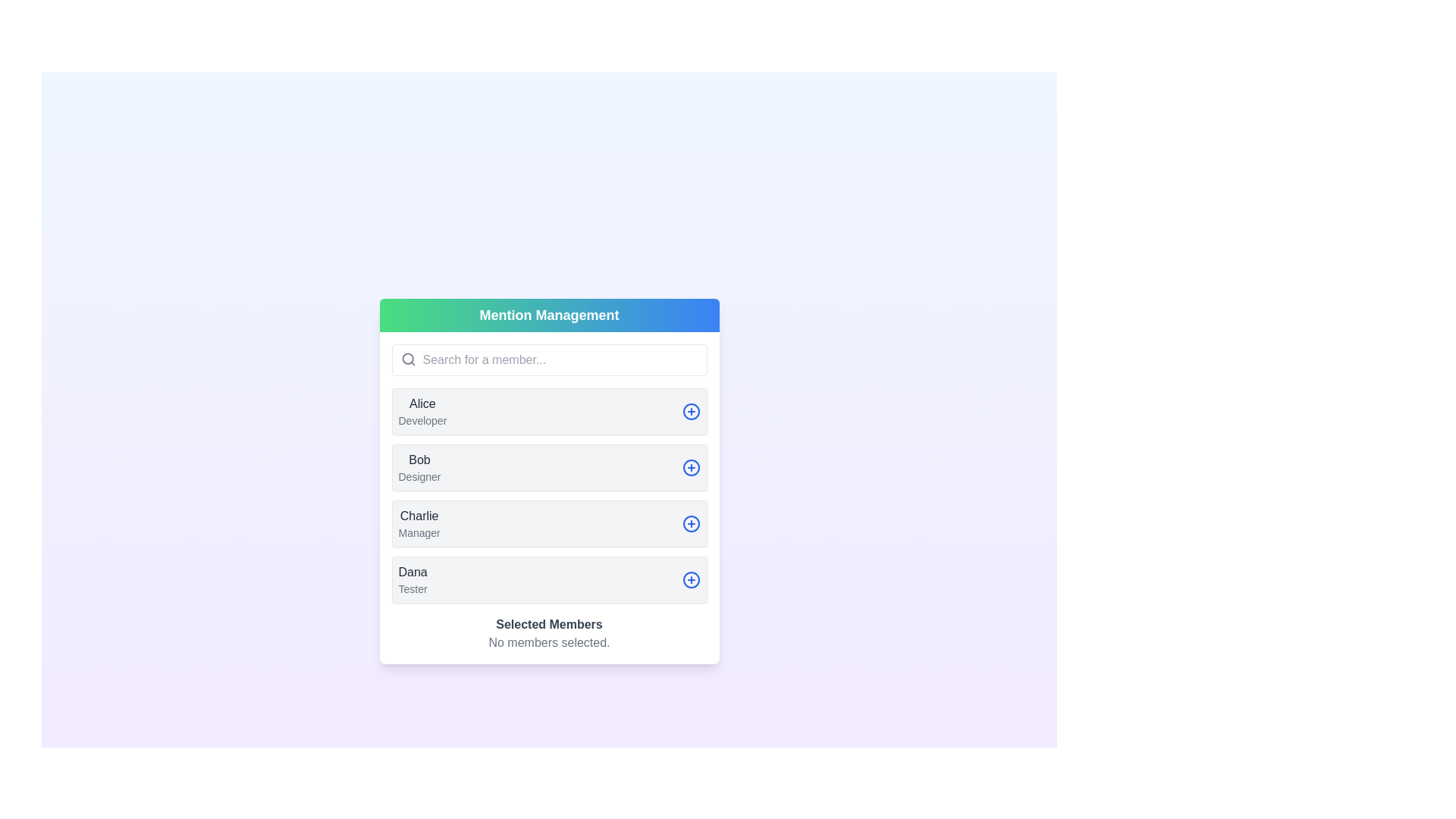  What do you see at coordinates (690, 579) in the screenshot?
I see `the icon button corresponding to 'Dana Tester'` at bounding box center [690, 579].